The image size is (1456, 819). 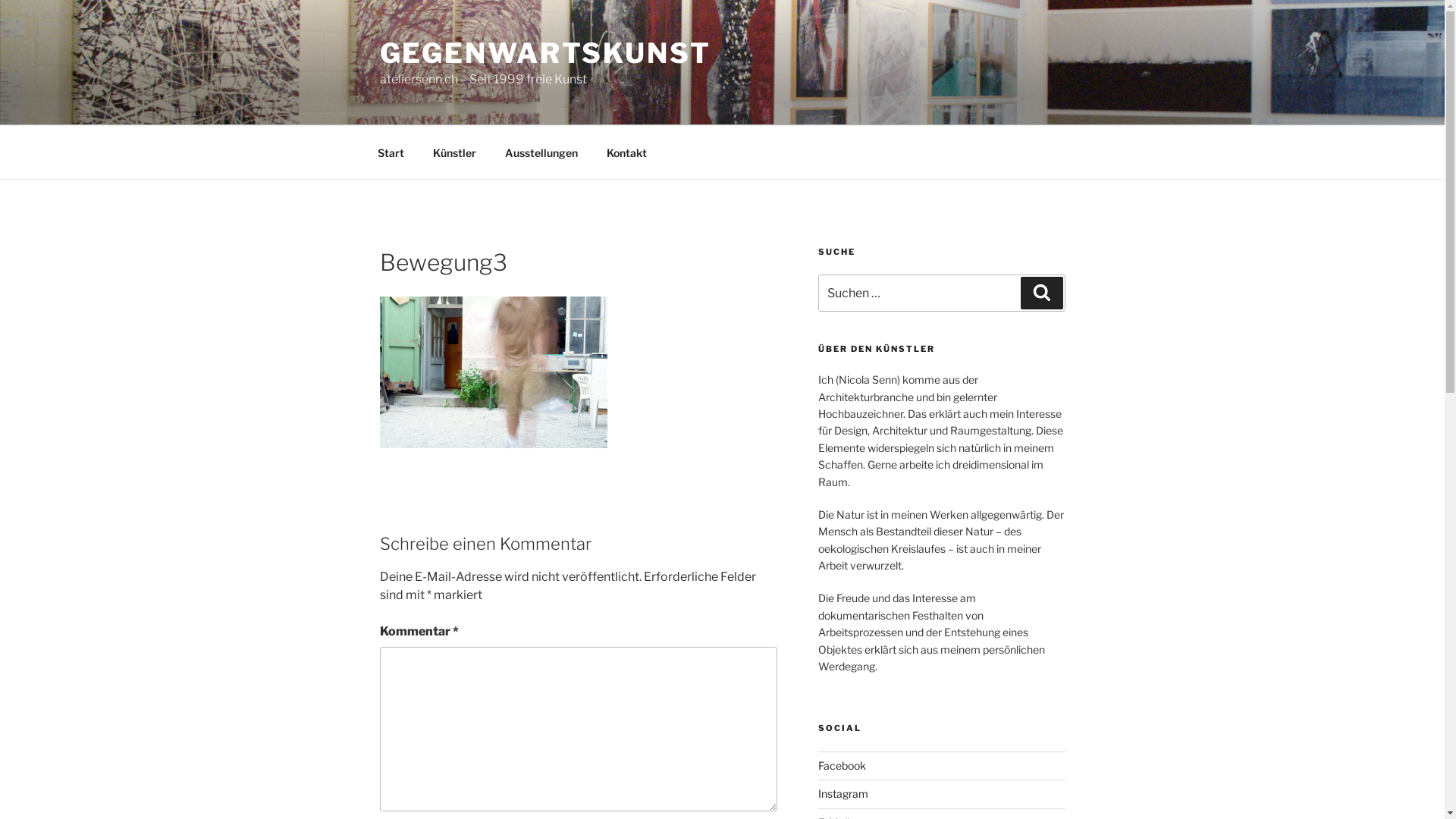 What do you see at coordinates (544, 52) in the screenshot?
I see `'GEGENWARTSKUNST'` at bounding box center [544, 52].